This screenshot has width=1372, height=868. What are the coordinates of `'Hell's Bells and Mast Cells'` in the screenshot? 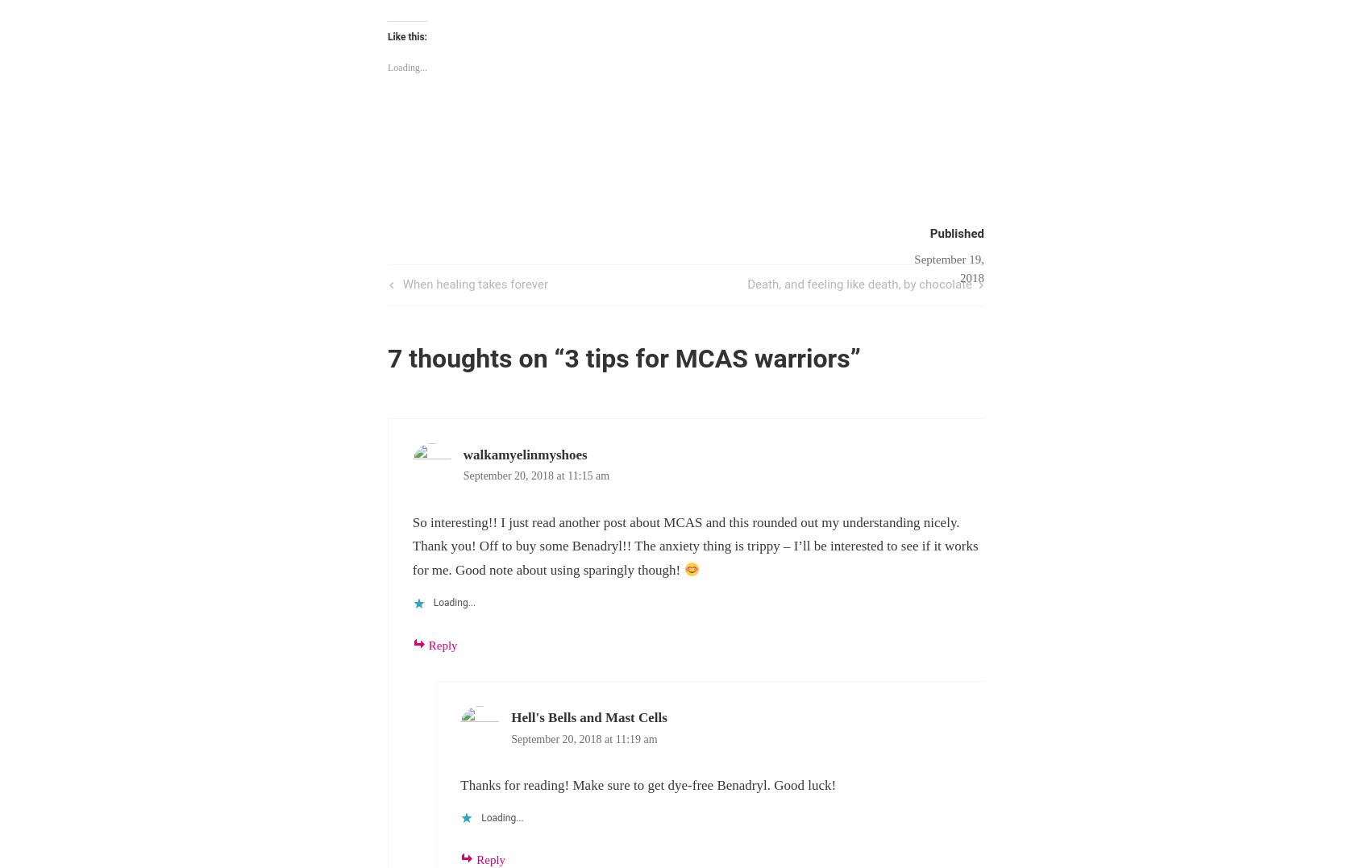 It's located at (588, 716).